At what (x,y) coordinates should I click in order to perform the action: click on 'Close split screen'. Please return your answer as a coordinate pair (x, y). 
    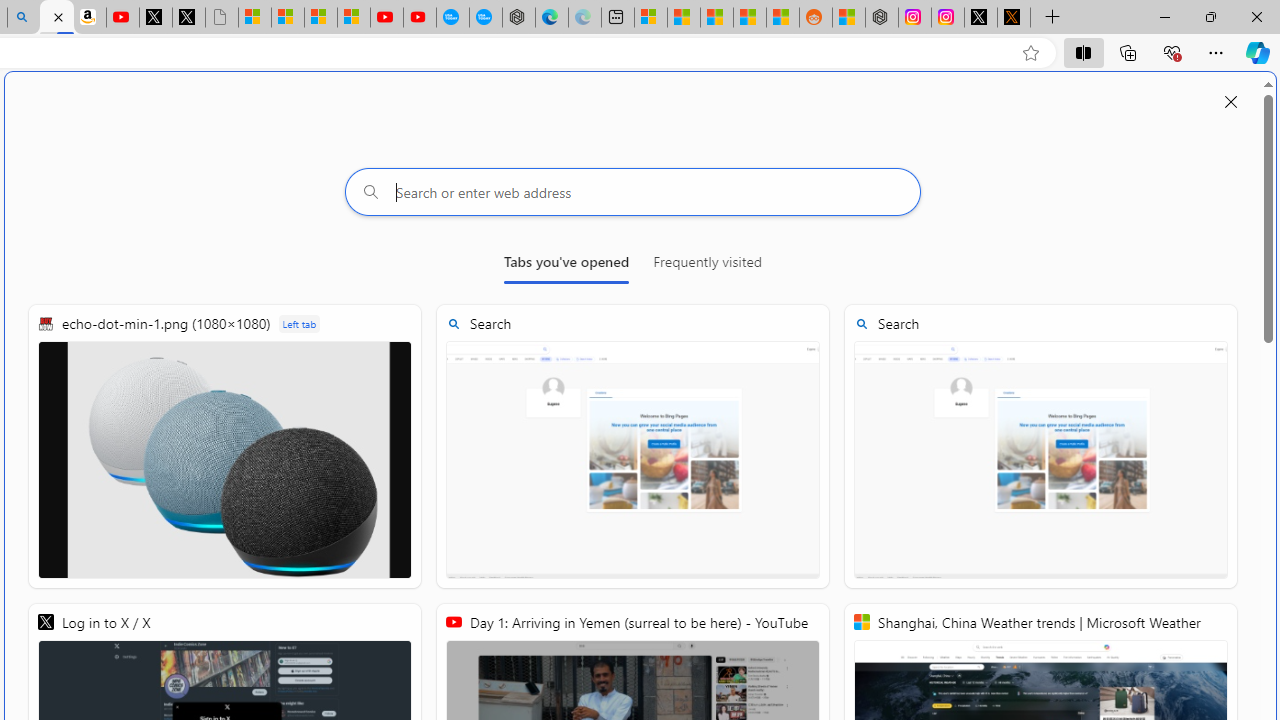
    Looking at the image, I should click on (1230, 102).